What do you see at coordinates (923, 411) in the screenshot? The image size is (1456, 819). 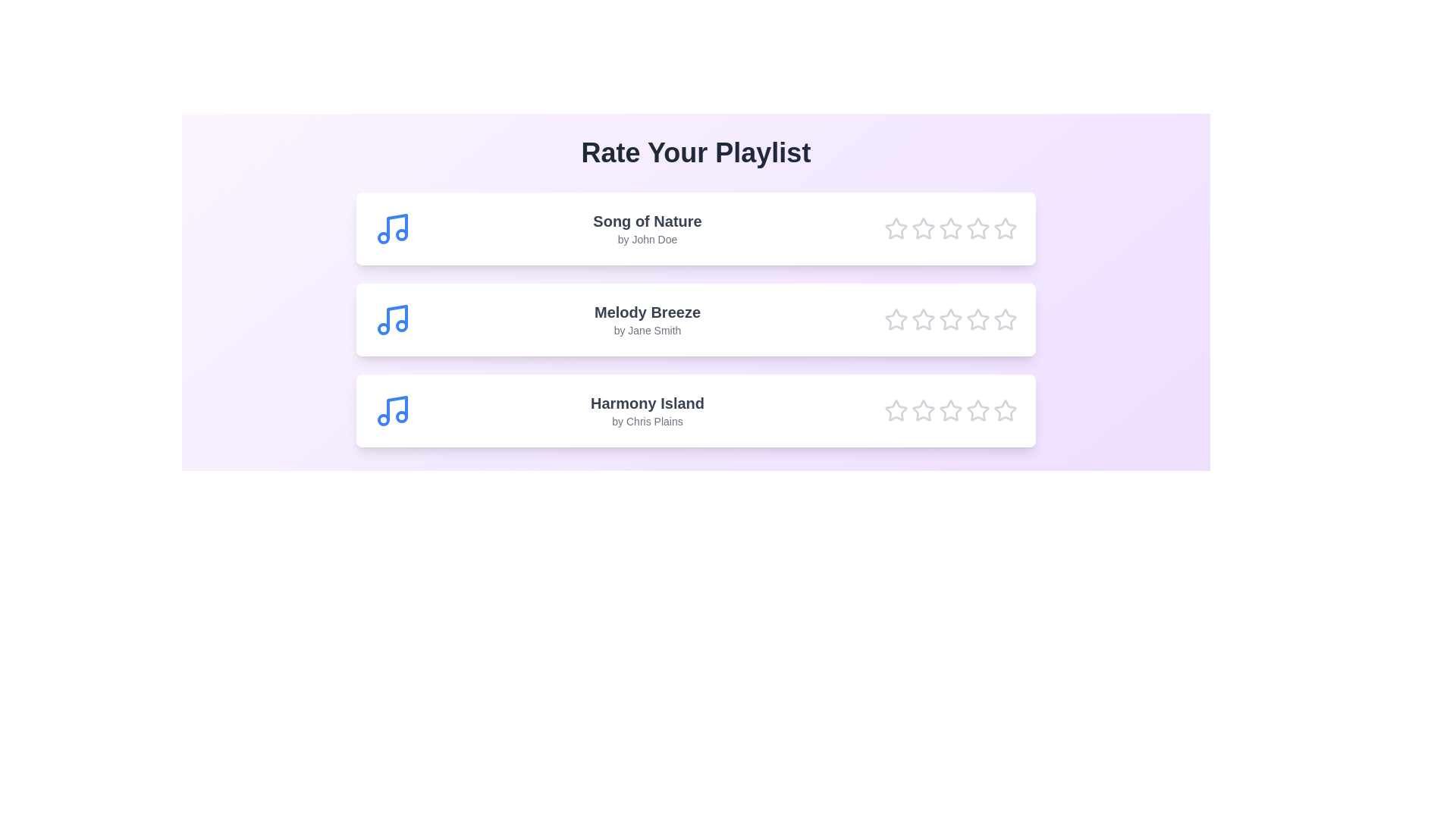 I see `the star corresponding to 2 for the song Harmony Island` at bounding box center [923, 411].